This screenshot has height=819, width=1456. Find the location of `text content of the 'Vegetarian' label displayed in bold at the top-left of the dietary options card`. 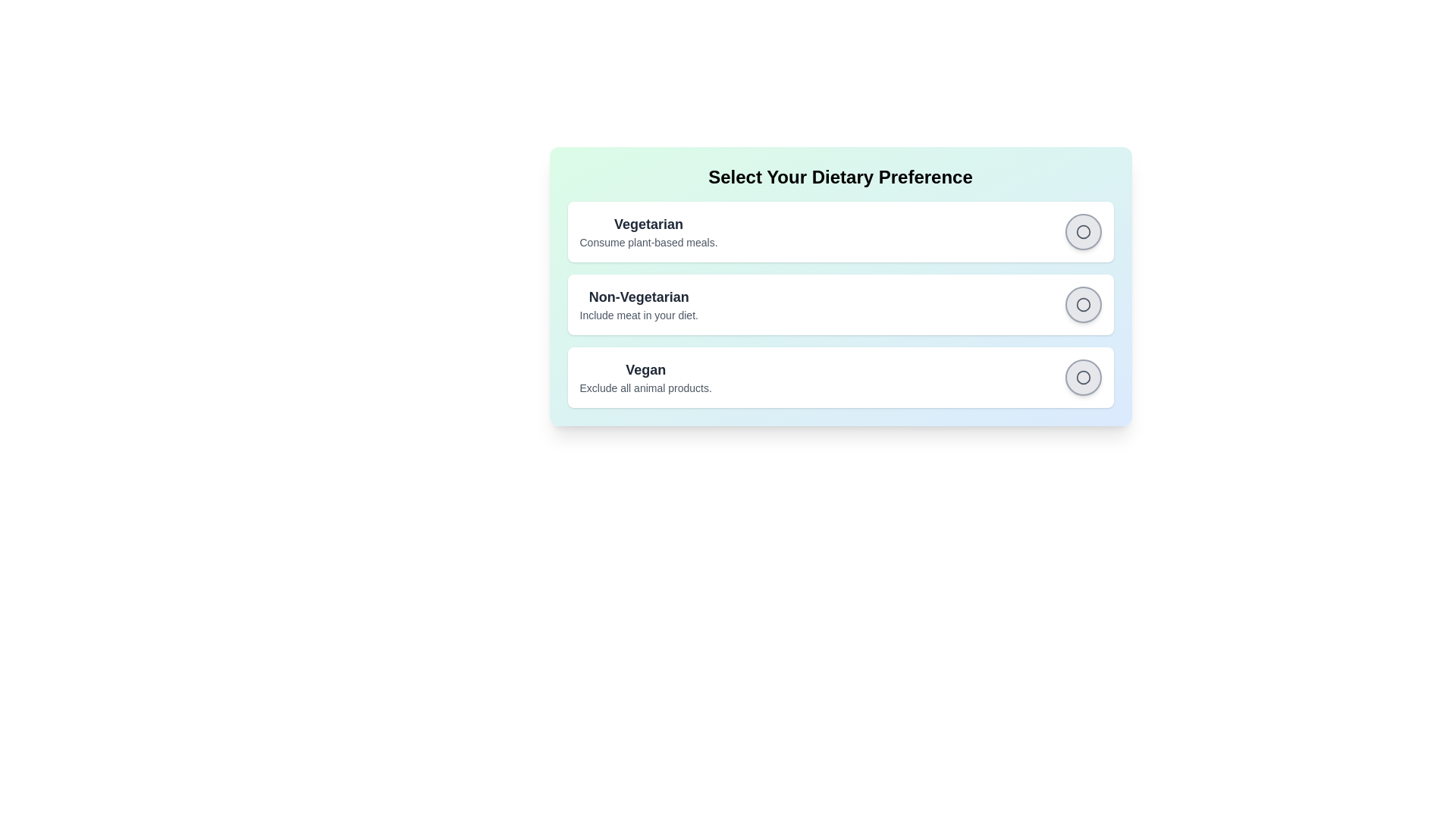

text content of the 'Vegetarian' label displayed in bold at the top-left of the dietary options card is located at coordinates (648, 224).